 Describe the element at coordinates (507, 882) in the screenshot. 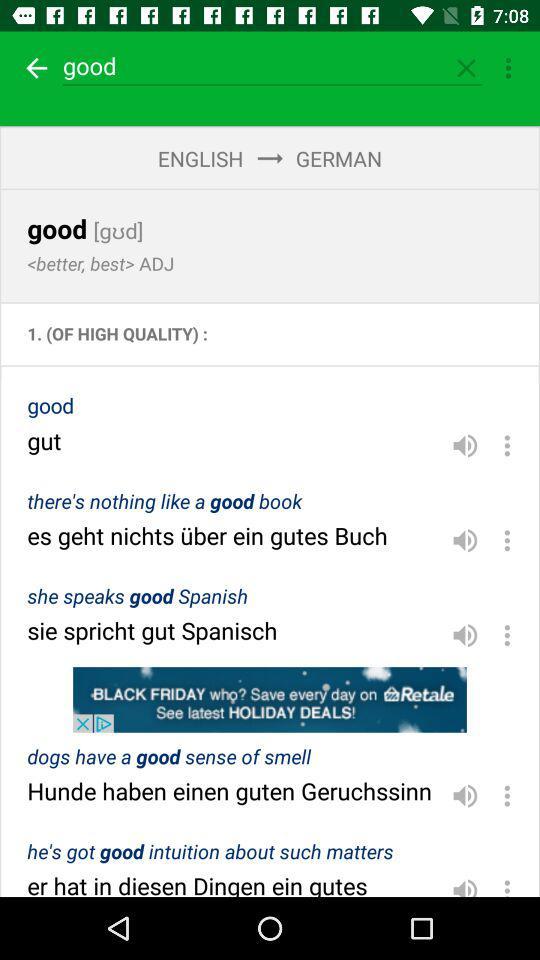

I see `click three dots` at that location.